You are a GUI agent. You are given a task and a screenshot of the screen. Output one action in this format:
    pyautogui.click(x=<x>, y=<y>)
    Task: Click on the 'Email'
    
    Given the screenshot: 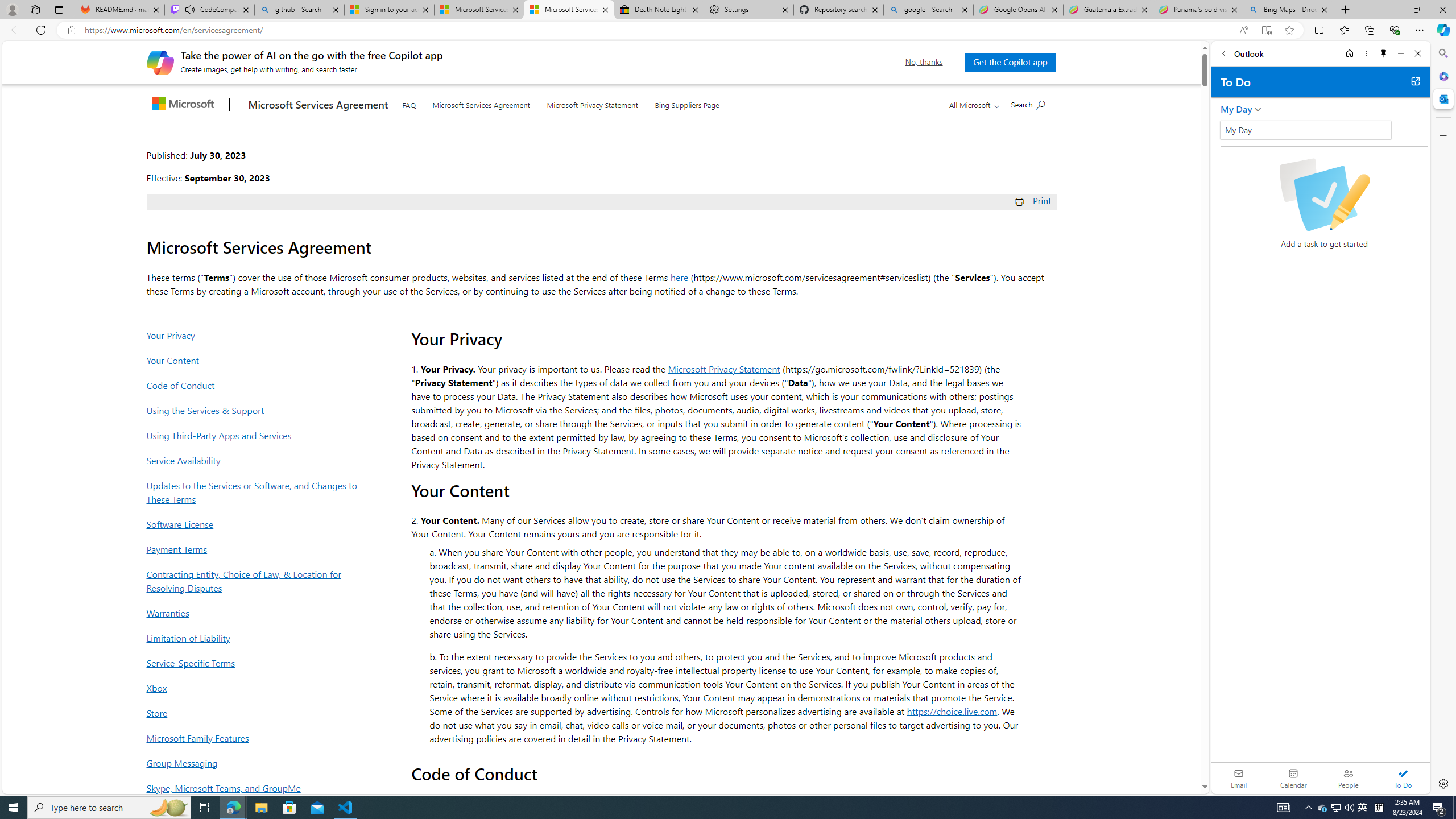 What is the action you would take?
    pyautogui.click(x=1238, y=777)
    